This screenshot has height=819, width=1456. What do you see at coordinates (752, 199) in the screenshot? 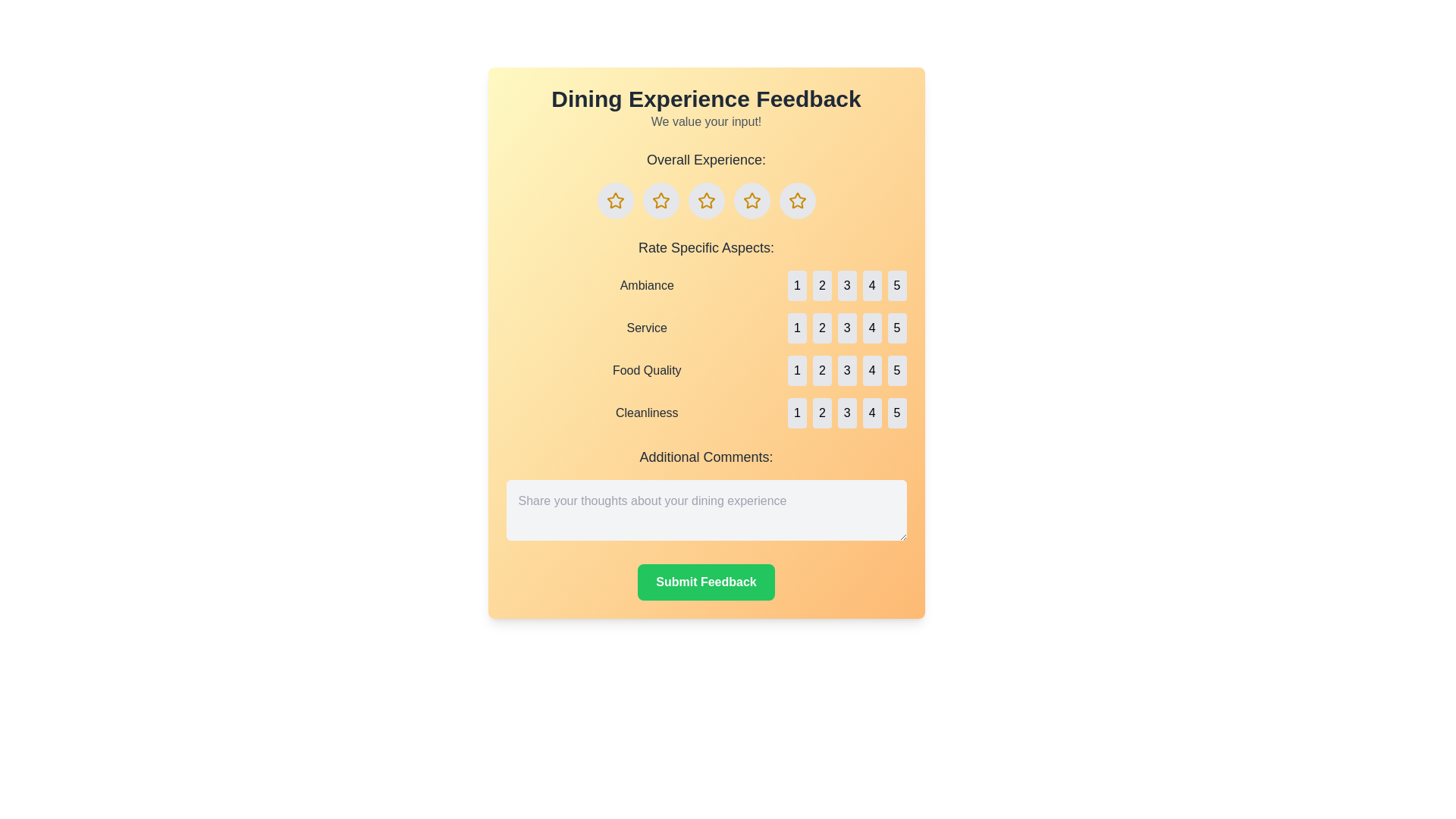
I see `on the fourth star-shaped icon in the star rating system under the 'Overall Experience' label` at bounding box center [752, 199].